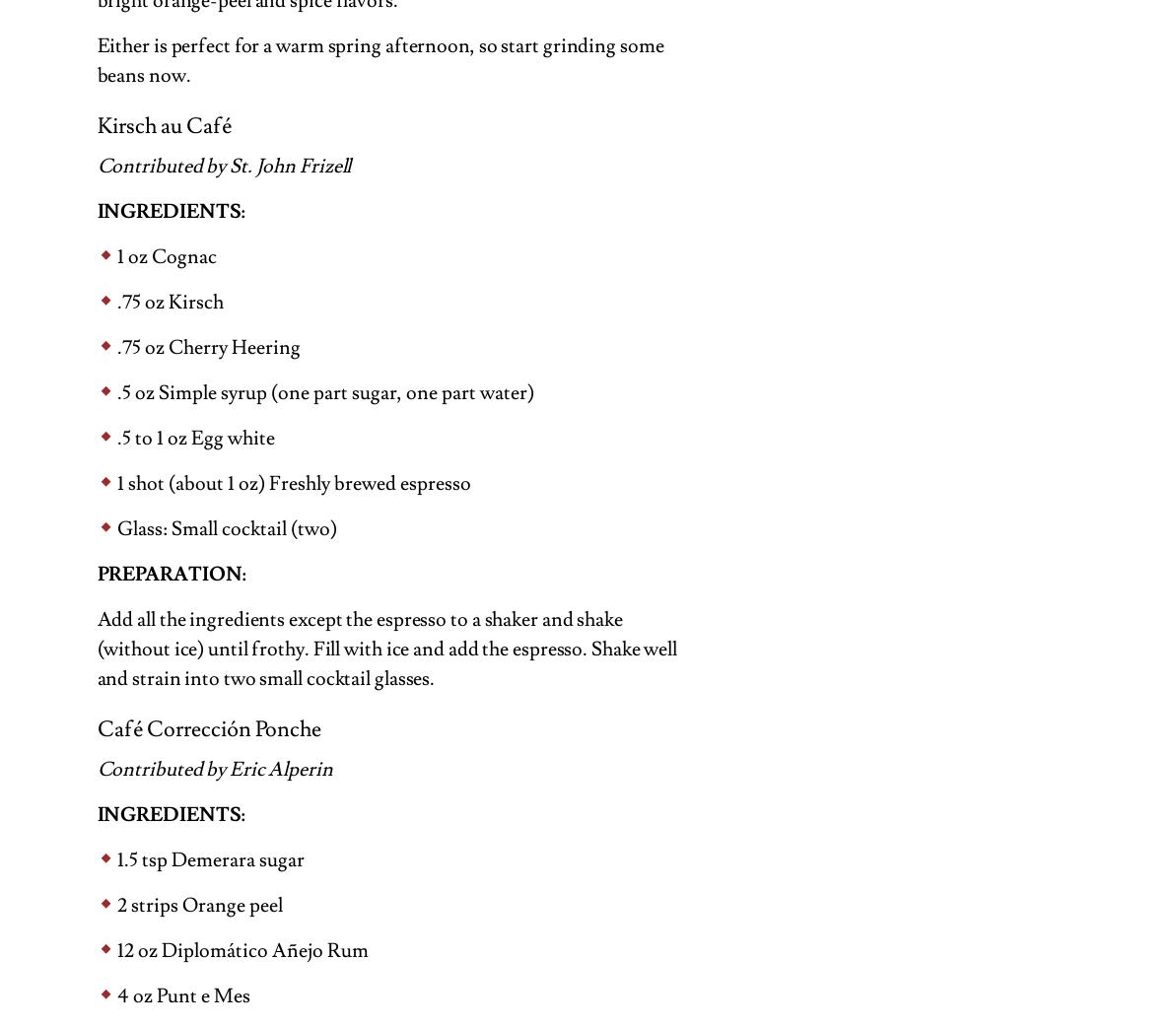 The image size is (1176, 1026). Describe the element at coordinates (115, 481) in the screenshot. I see `'1 shot (about 1 oz) Freshly brewed espresso'` at that location.